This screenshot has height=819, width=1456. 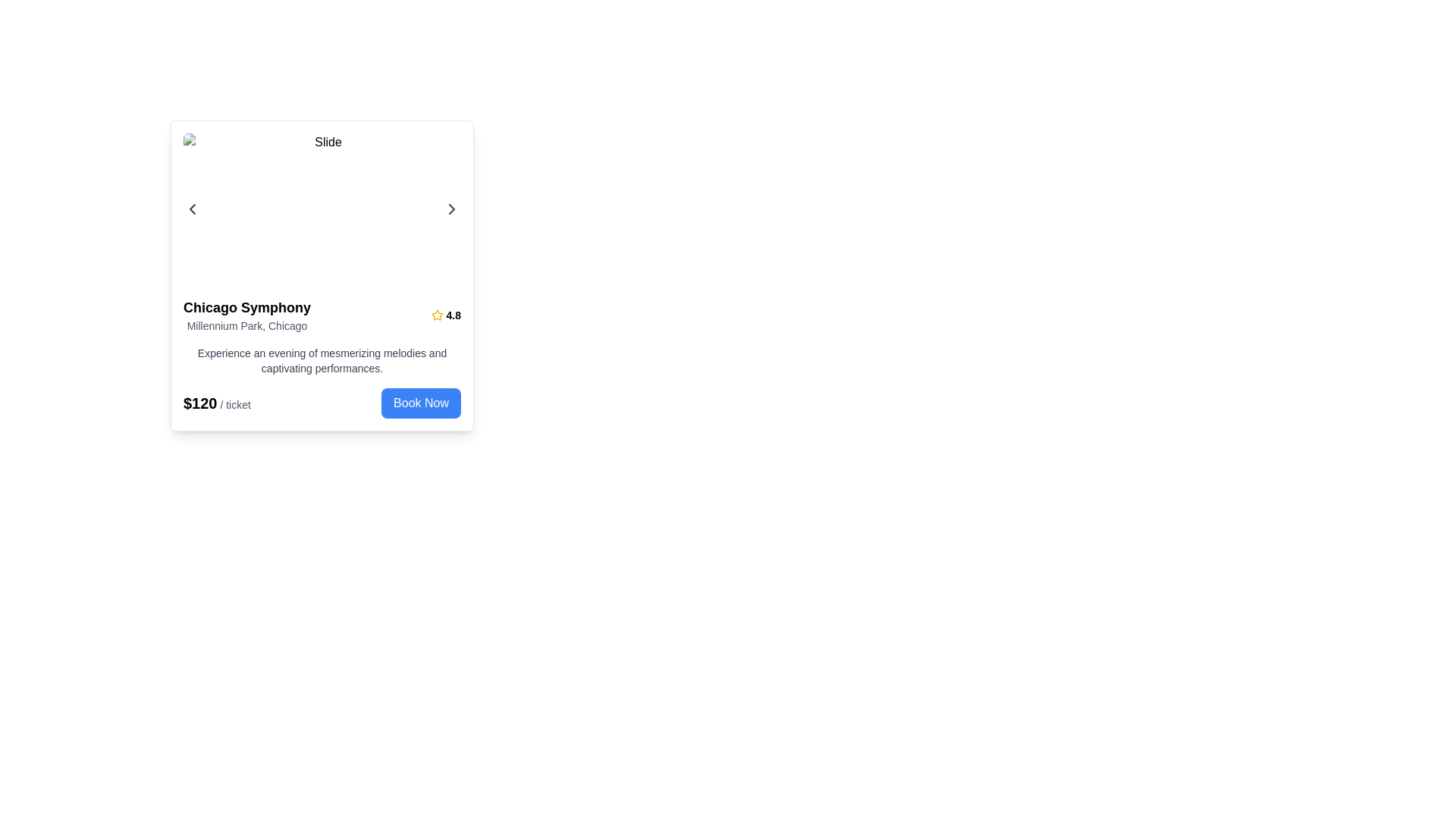 What do you see at coordinates (247, 325) in the screenshot?
I see `text label providing a location description related to the 'Chicago Symphony' event, positioned directly below the 'Chicago Symphony' text in the upper-left area of the card interface` at bounding box center [247, 325].